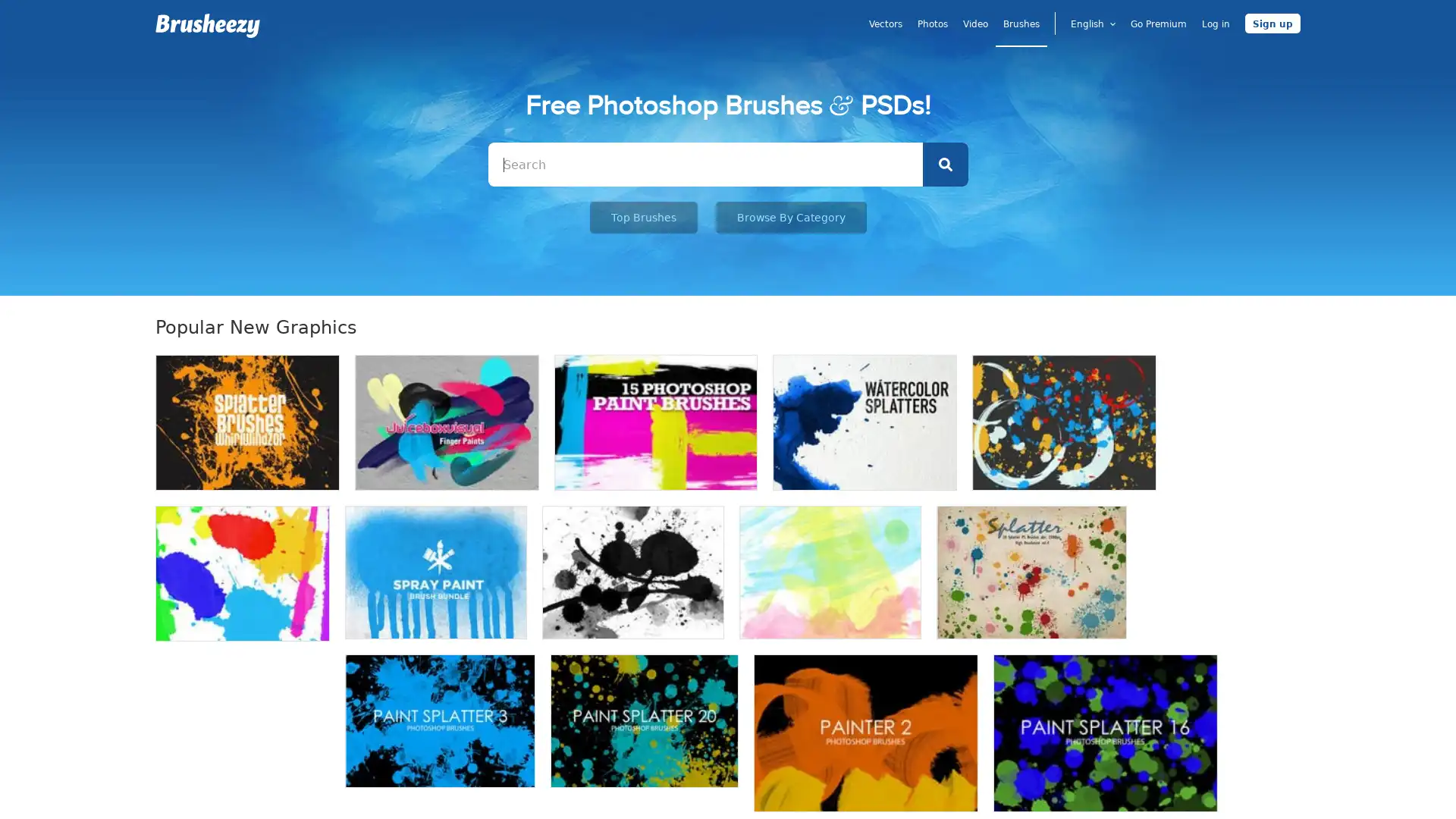 The height and width of the screenshot is (819, 1456). I want to click on search, so click(944, 164).